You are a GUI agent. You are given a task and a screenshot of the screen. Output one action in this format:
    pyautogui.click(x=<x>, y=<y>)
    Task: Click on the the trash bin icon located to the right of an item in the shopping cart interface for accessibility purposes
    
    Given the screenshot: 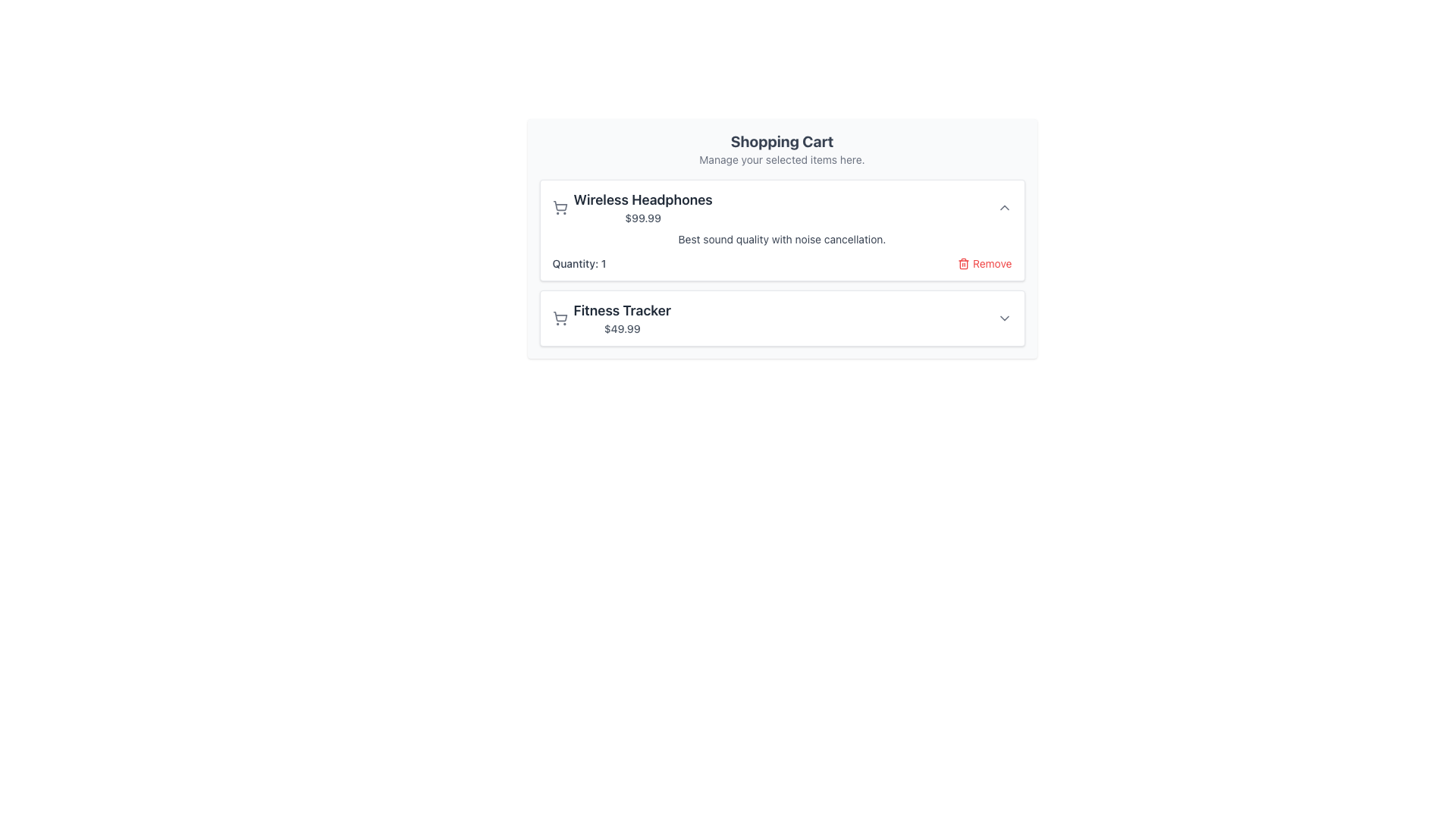 What is the action you would take?
    pyautogui.click(x=963, y=262)
    